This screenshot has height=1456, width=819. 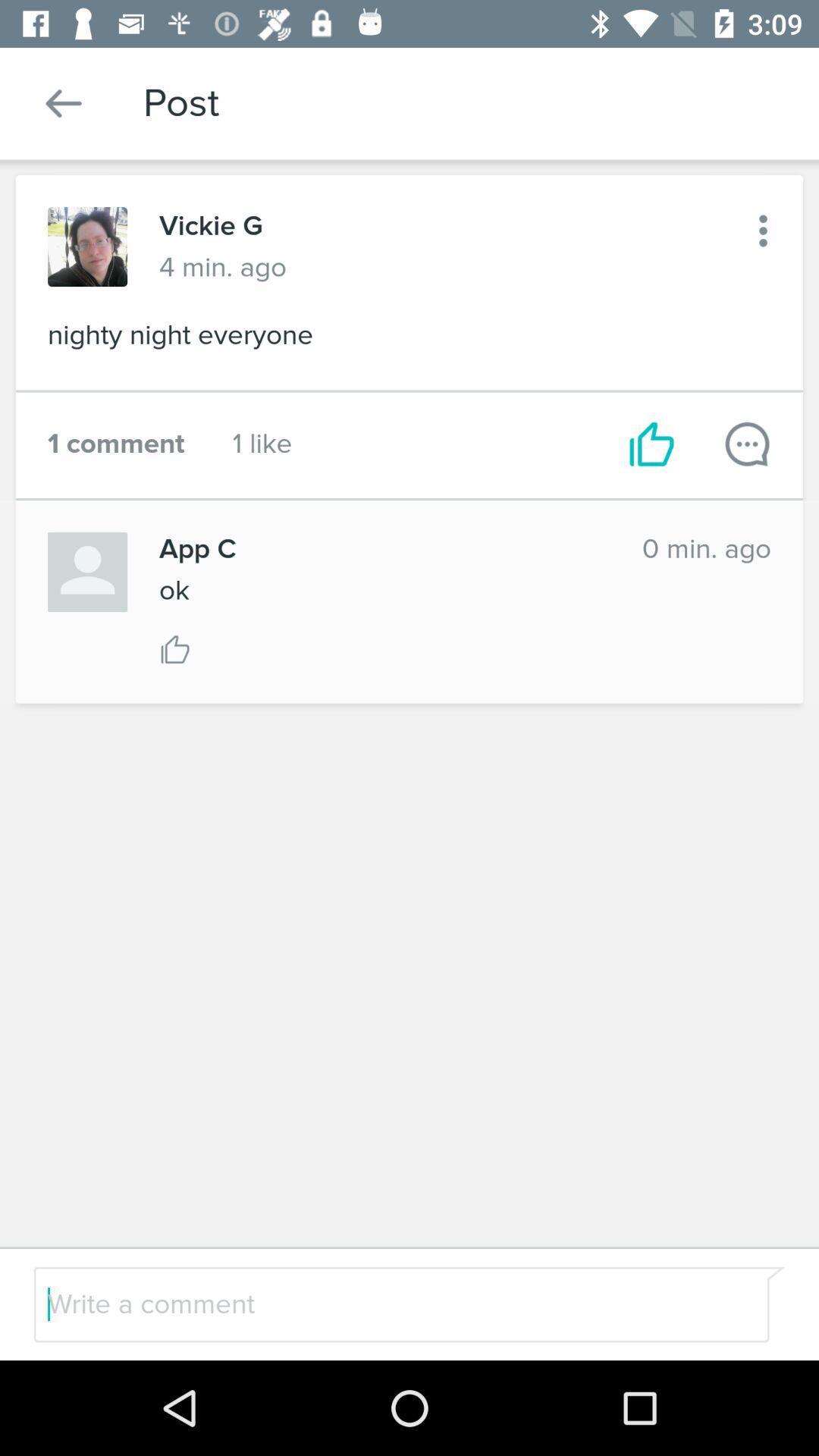 I want to click on icon to the left of the post, so click(x=63, y=102).